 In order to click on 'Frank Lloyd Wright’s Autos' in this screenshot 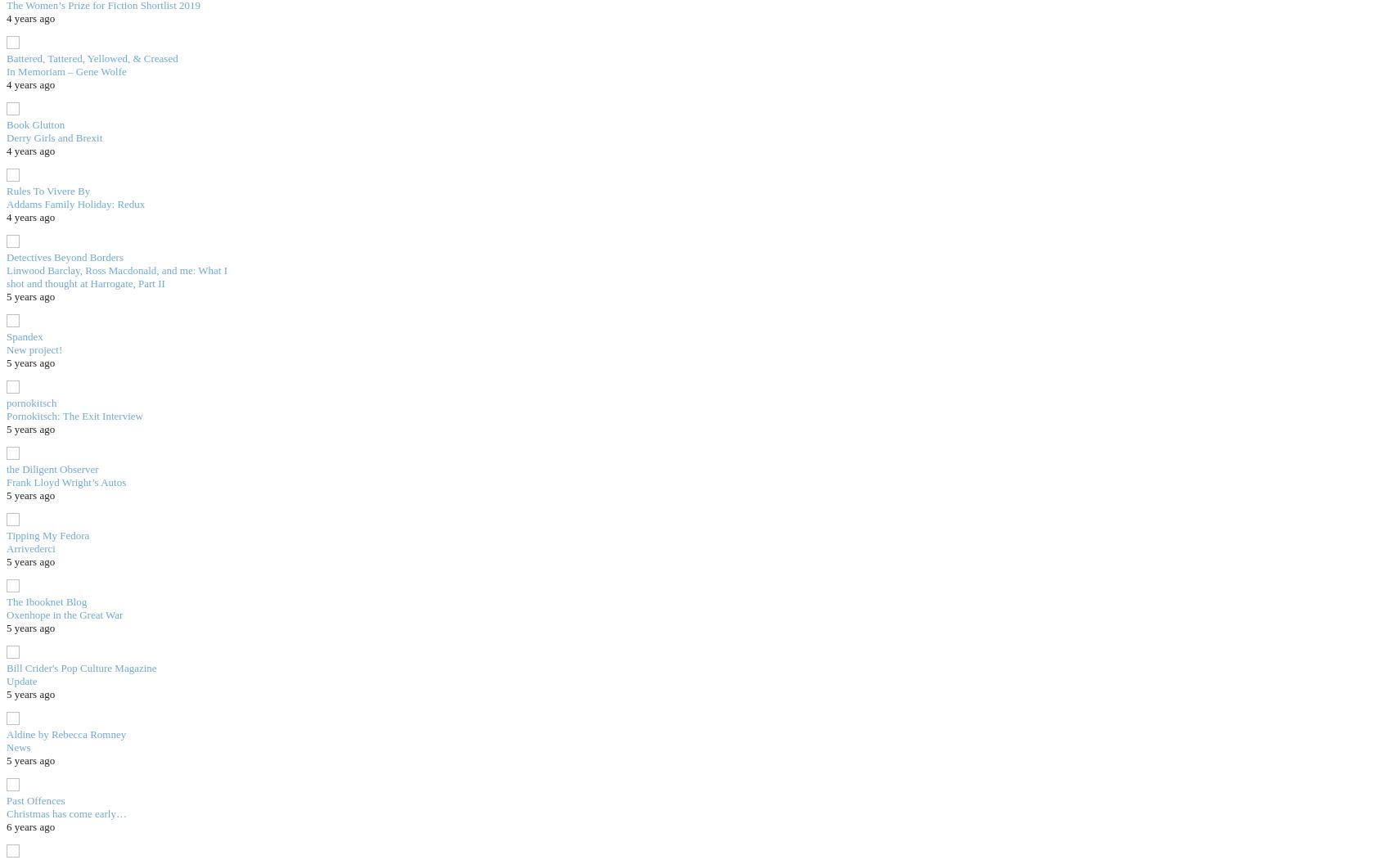, I will do `click(65, 481)`.